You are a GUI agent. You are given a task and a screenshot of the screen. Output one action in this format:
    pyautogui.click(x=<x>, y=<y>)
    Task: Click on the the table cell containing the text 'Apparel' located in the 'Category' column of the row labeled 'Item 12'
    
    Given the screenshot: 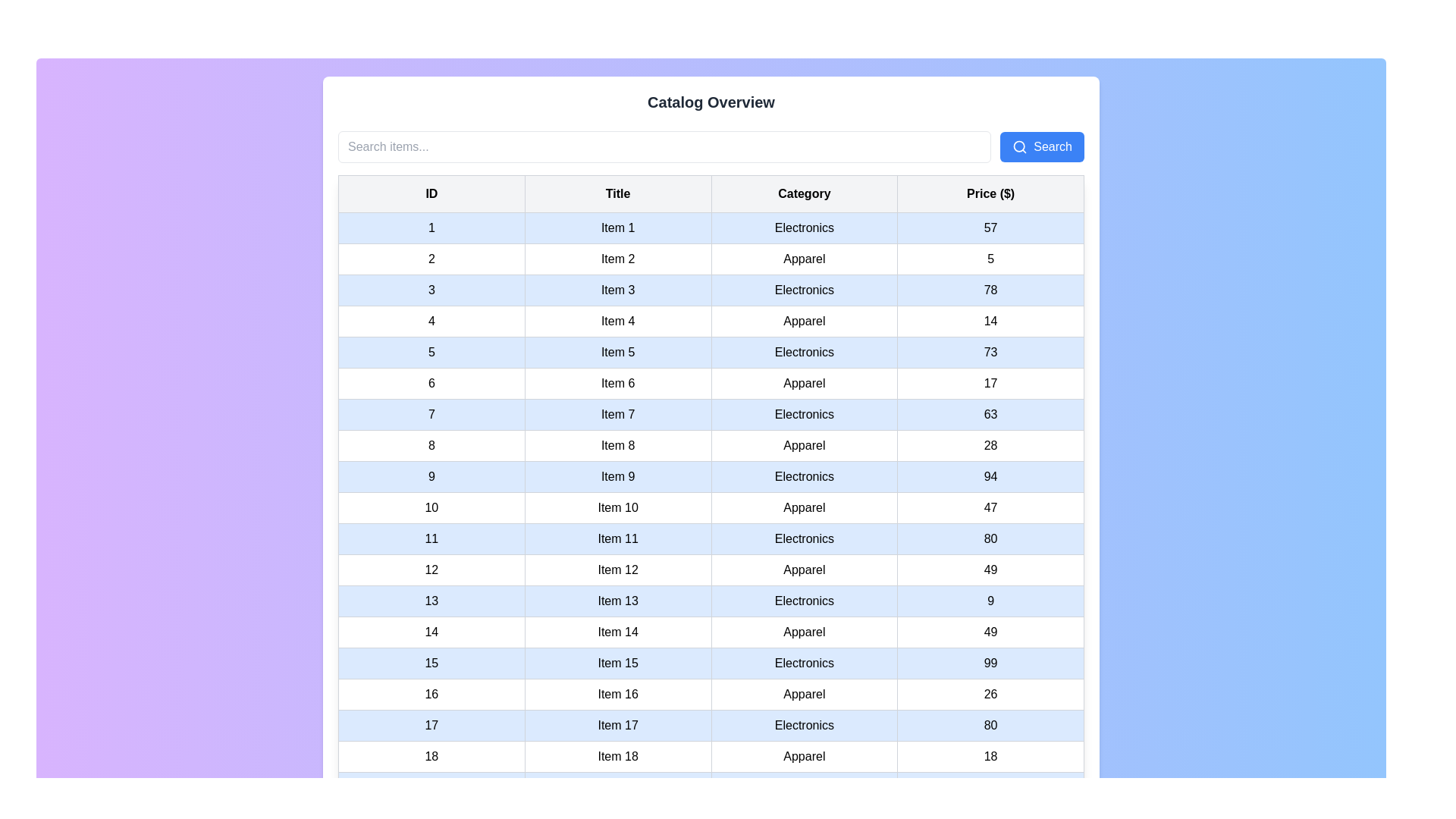 What is the action you would take?
    pyautogui.click(x=803, y=570)
    